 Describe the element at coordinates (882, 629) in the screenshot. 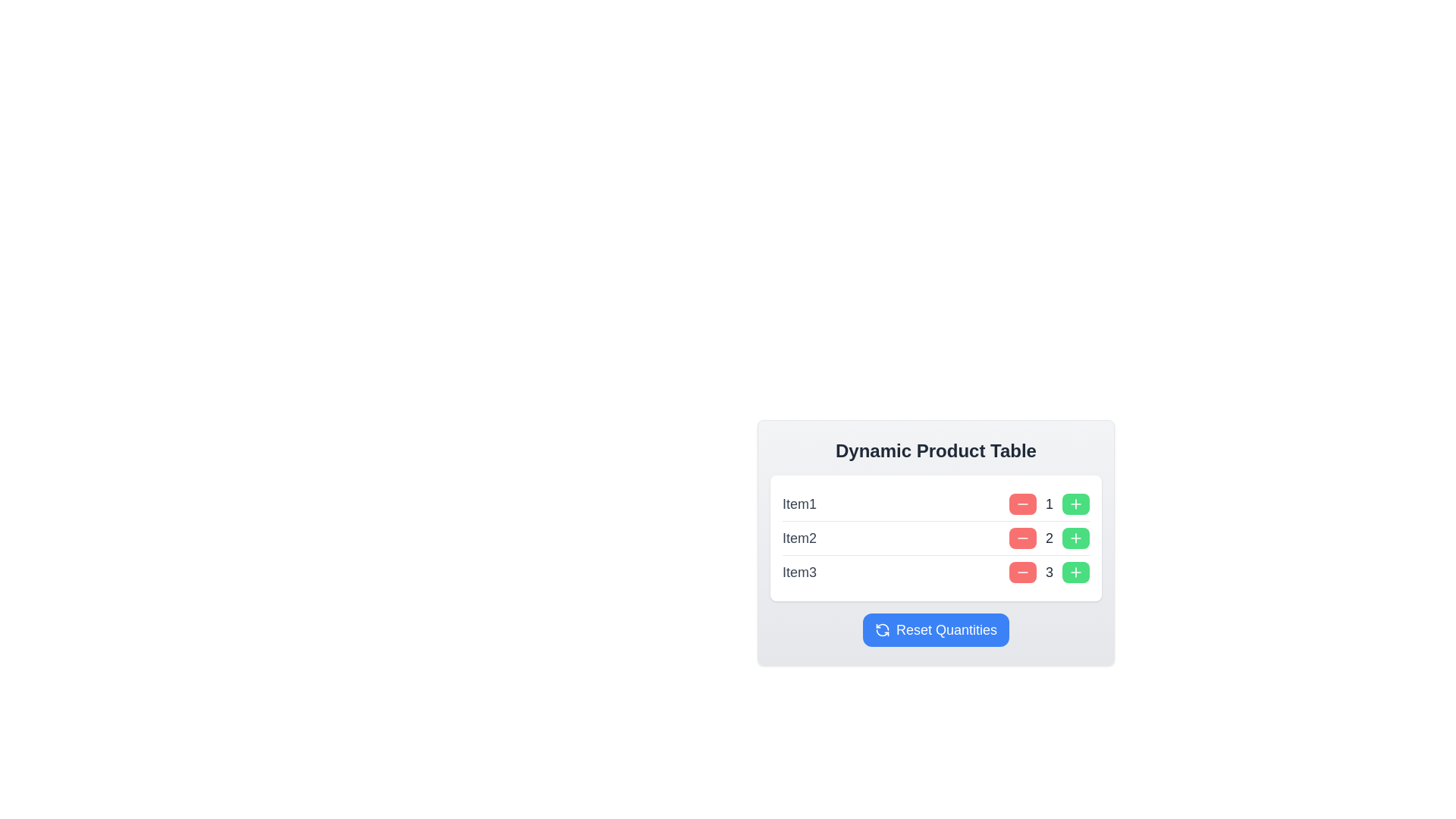

I see `the reset icon located on the left side of the 'Reset Quantities' button at the bottom center of the interface` at that location.